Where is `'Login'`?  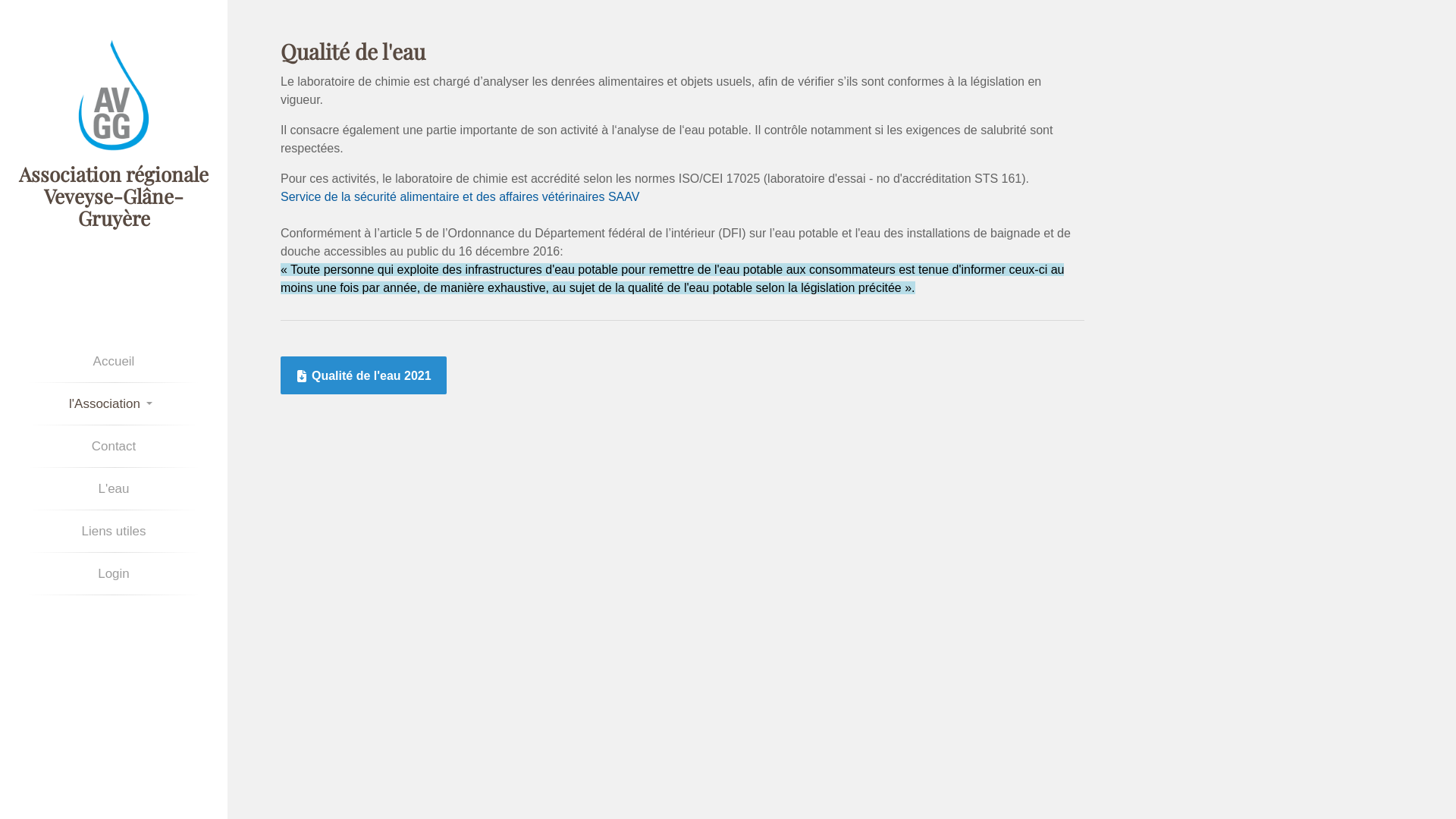
'Login' is located at coordinates (112, 573).